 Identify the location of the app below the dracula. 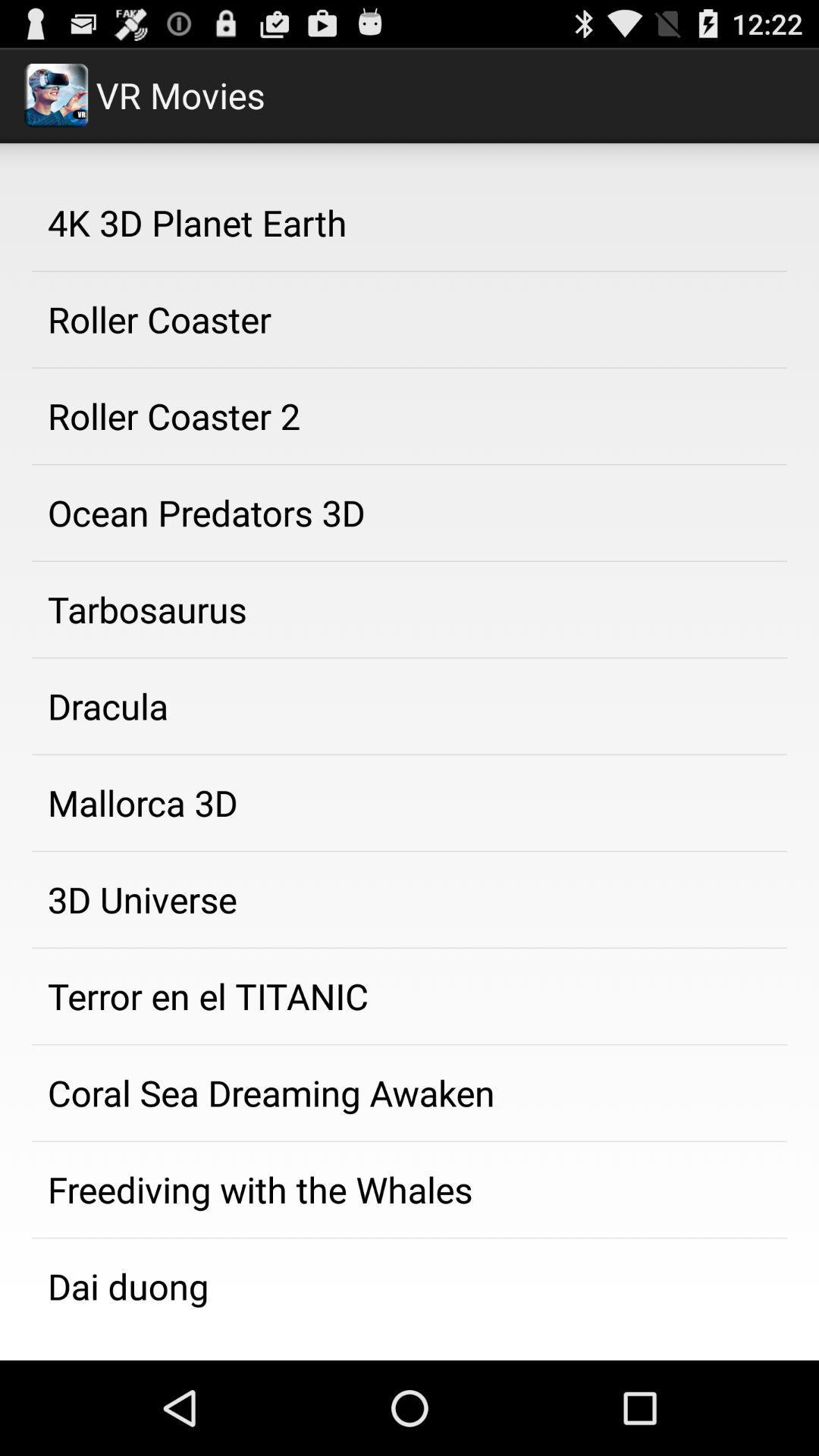
(409, 802).